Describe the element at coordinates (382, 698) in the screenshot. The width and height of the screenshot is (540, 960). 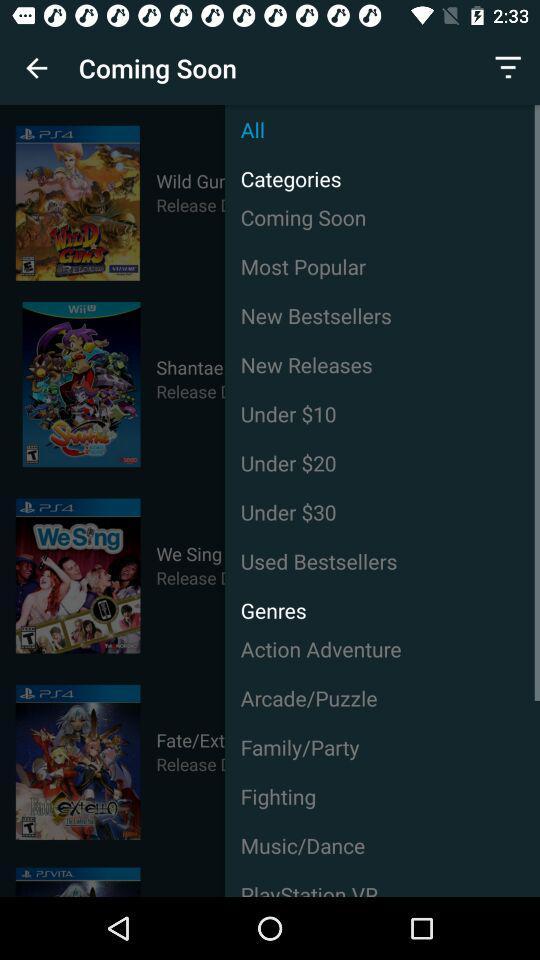
I see `arcade/puzzle icon` at that location.